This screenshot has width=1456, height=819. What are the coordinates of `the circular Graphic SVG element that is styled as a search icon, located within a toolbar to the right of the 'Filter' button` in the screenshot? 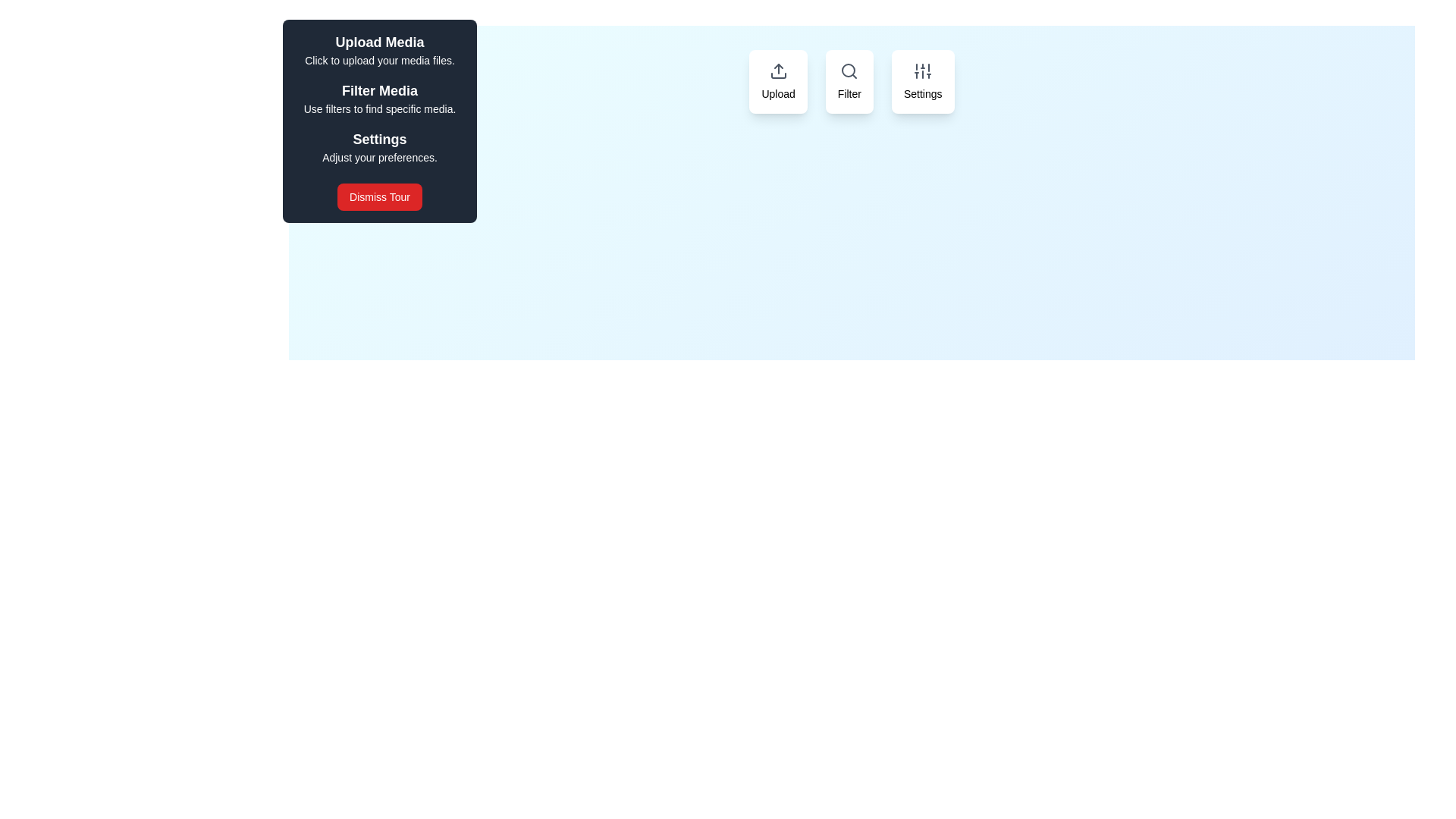 It's located at (848, 70).